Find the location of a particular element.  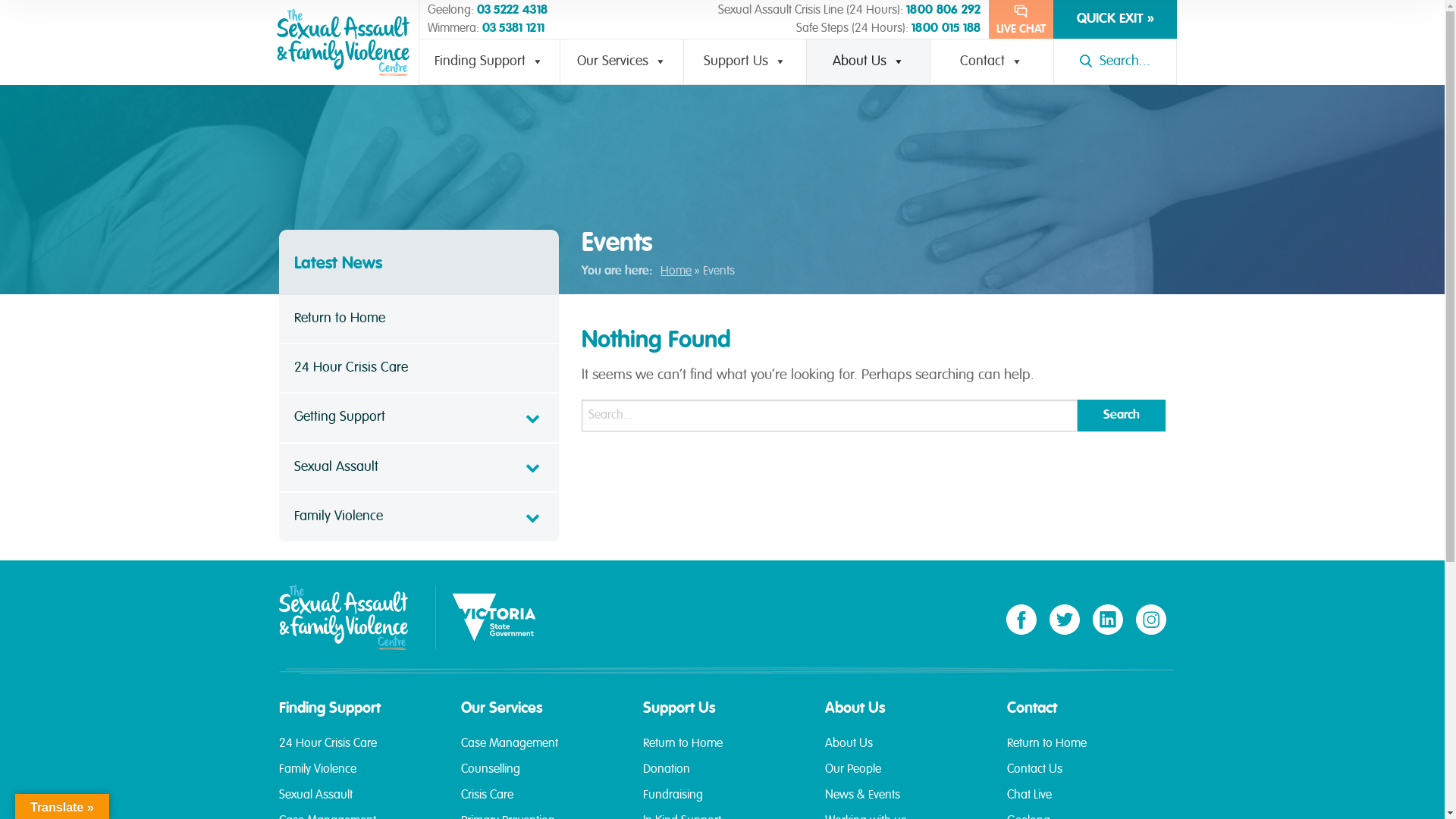

'Getting Support' is located at coordinates (419, 418).